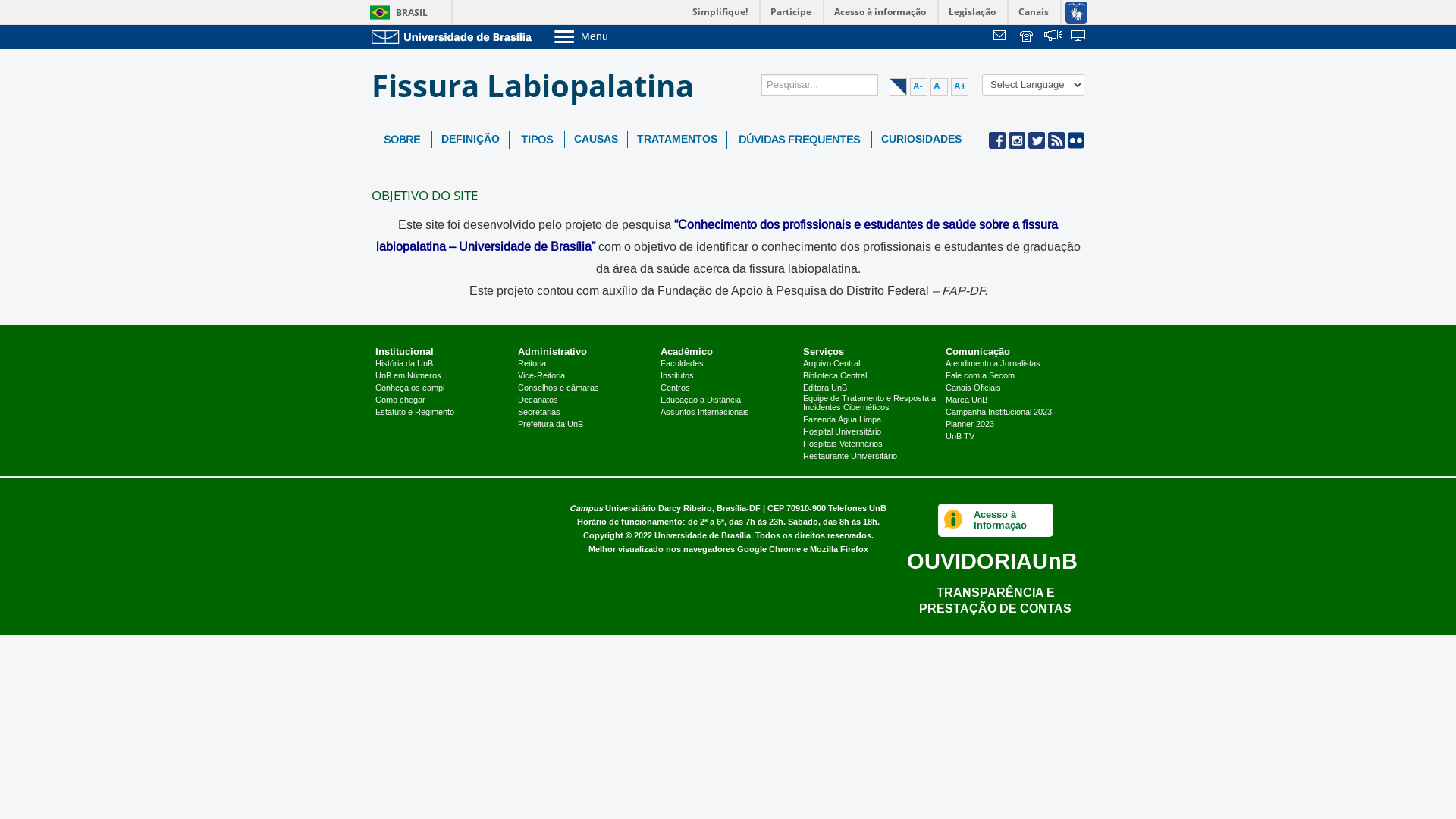 This screenshot has width=1456, height=819. What do you see at coordinates (918, 86) in the screenshot?
I see `'A-'` at bounding box center [918, 86].